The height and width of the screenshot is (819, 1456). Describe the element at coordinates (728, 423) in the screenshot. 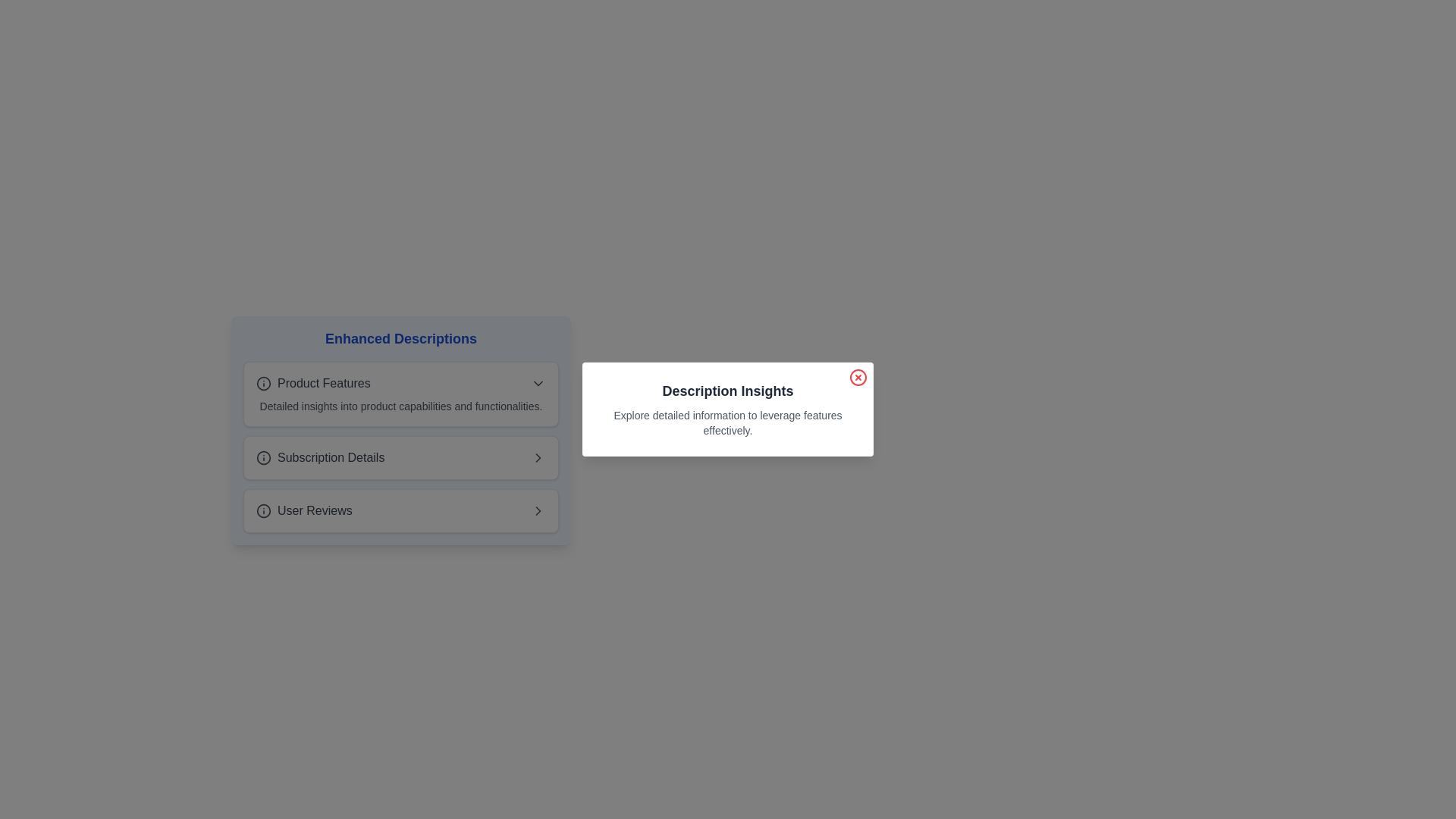

I see `text label providing supplementary information located directly beneath the heading 'Description Insights'` at that location.